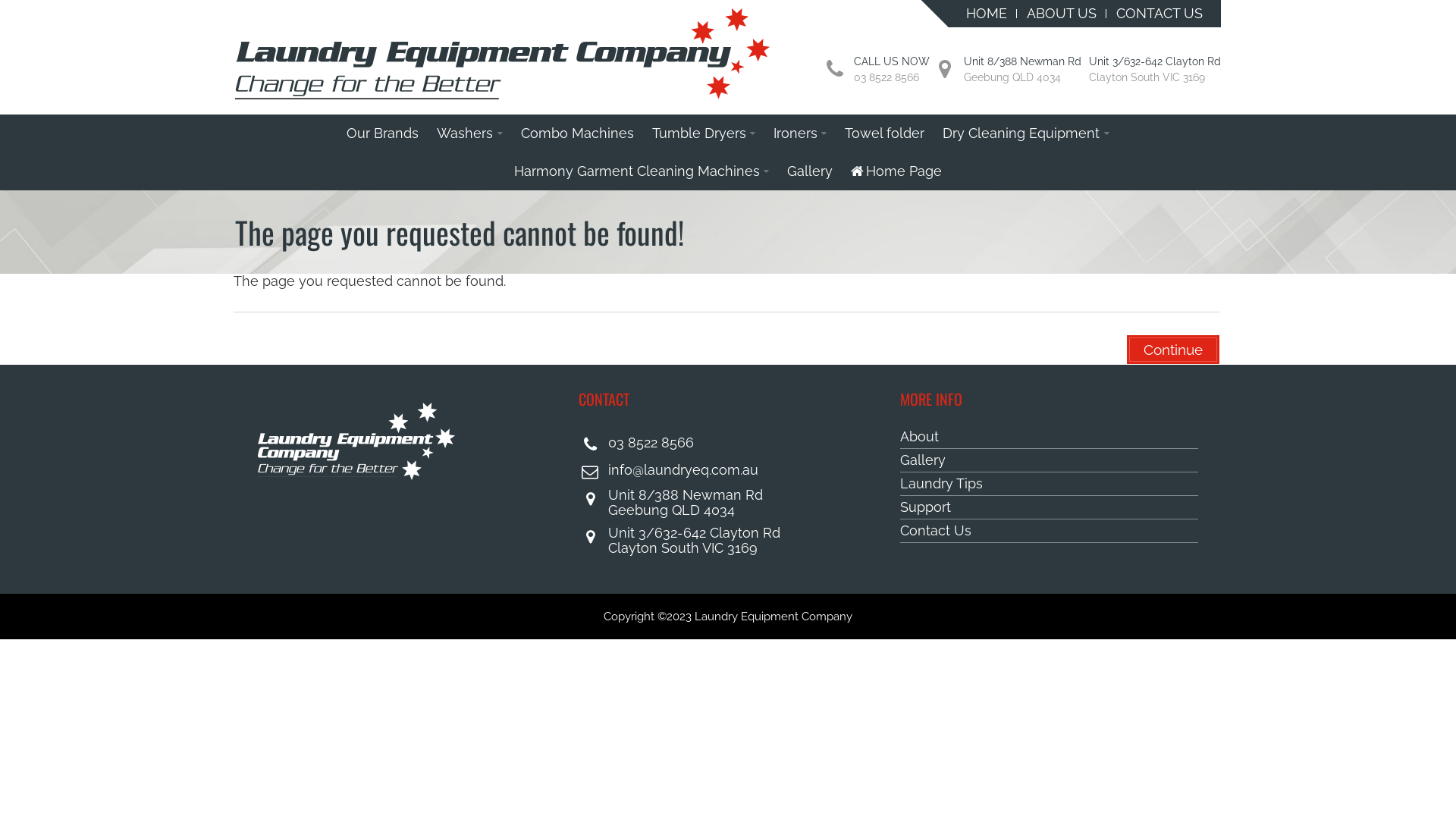  What do you see at coordinates (641, 171) in the screenshot?
I see `'Harmony Garment Cleaning Machines'` at bounding box center [641, 171].